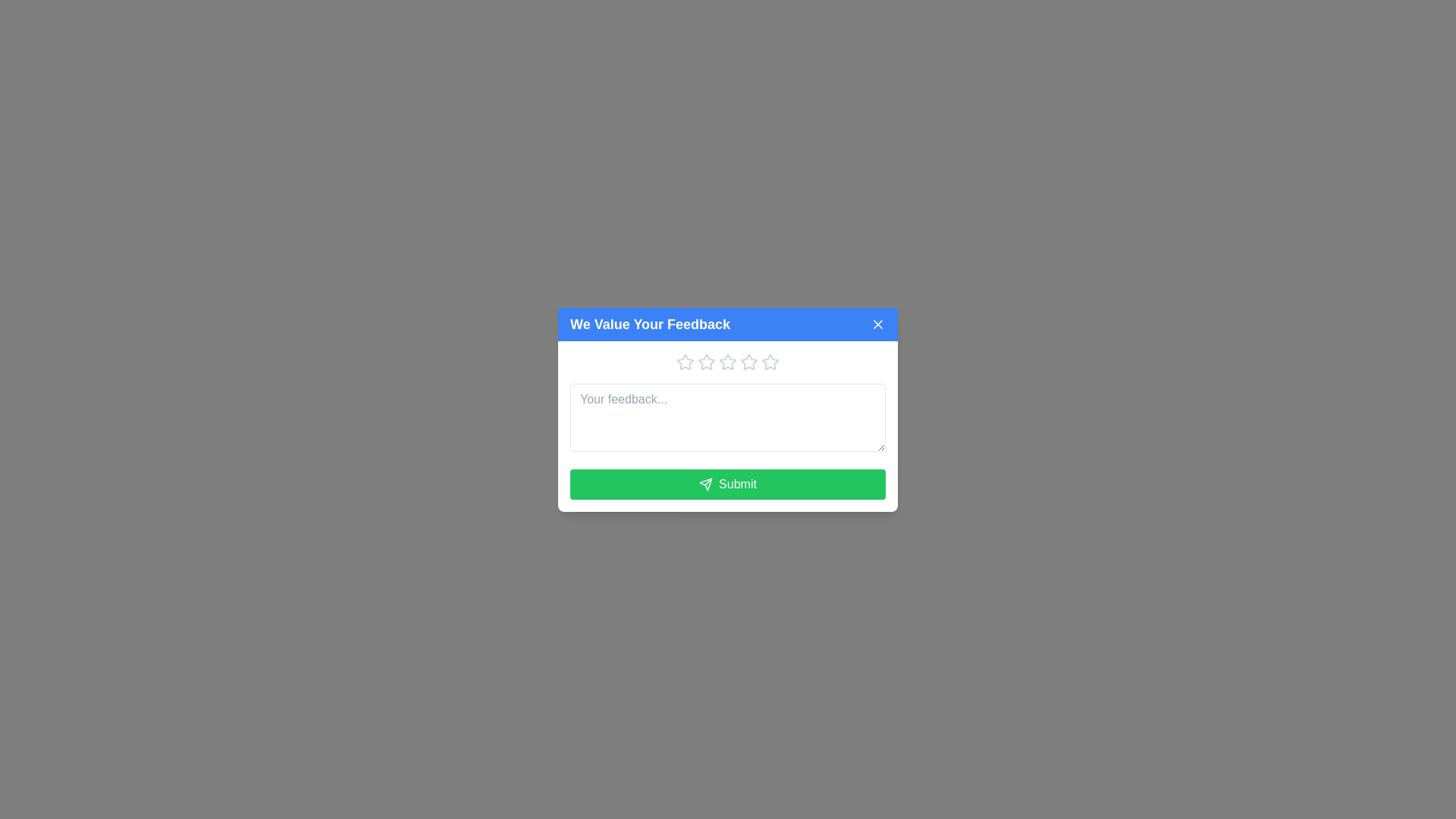 Image resolution: width=1456 pixels, height=819 pixels. I want to click on the 'Submit' button with a green background and white text located at the bottom of the modal, so click(728, 483).